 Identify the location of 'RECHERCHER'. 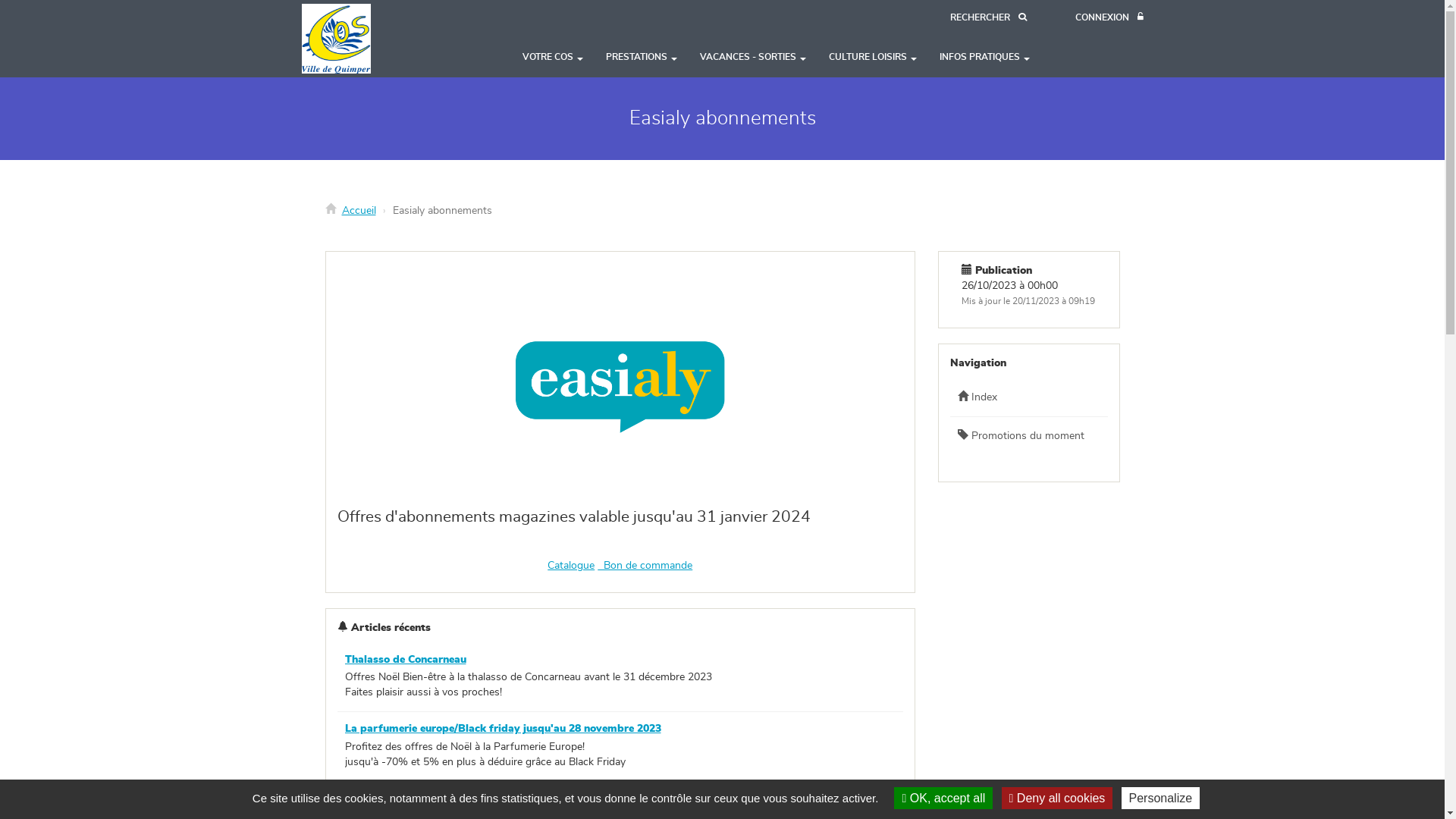
(987, 17).